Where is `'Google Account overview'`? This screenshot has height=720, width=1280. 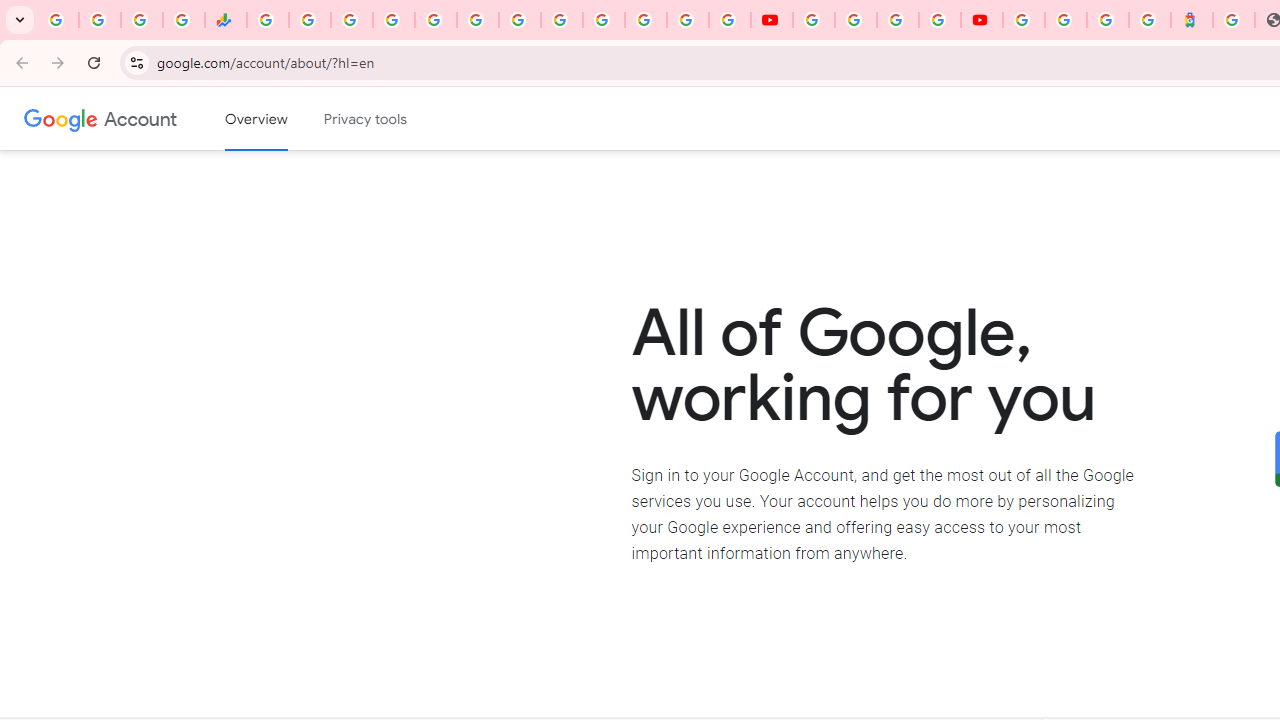
'Google Account overview' is located at coordinates (255, 119).